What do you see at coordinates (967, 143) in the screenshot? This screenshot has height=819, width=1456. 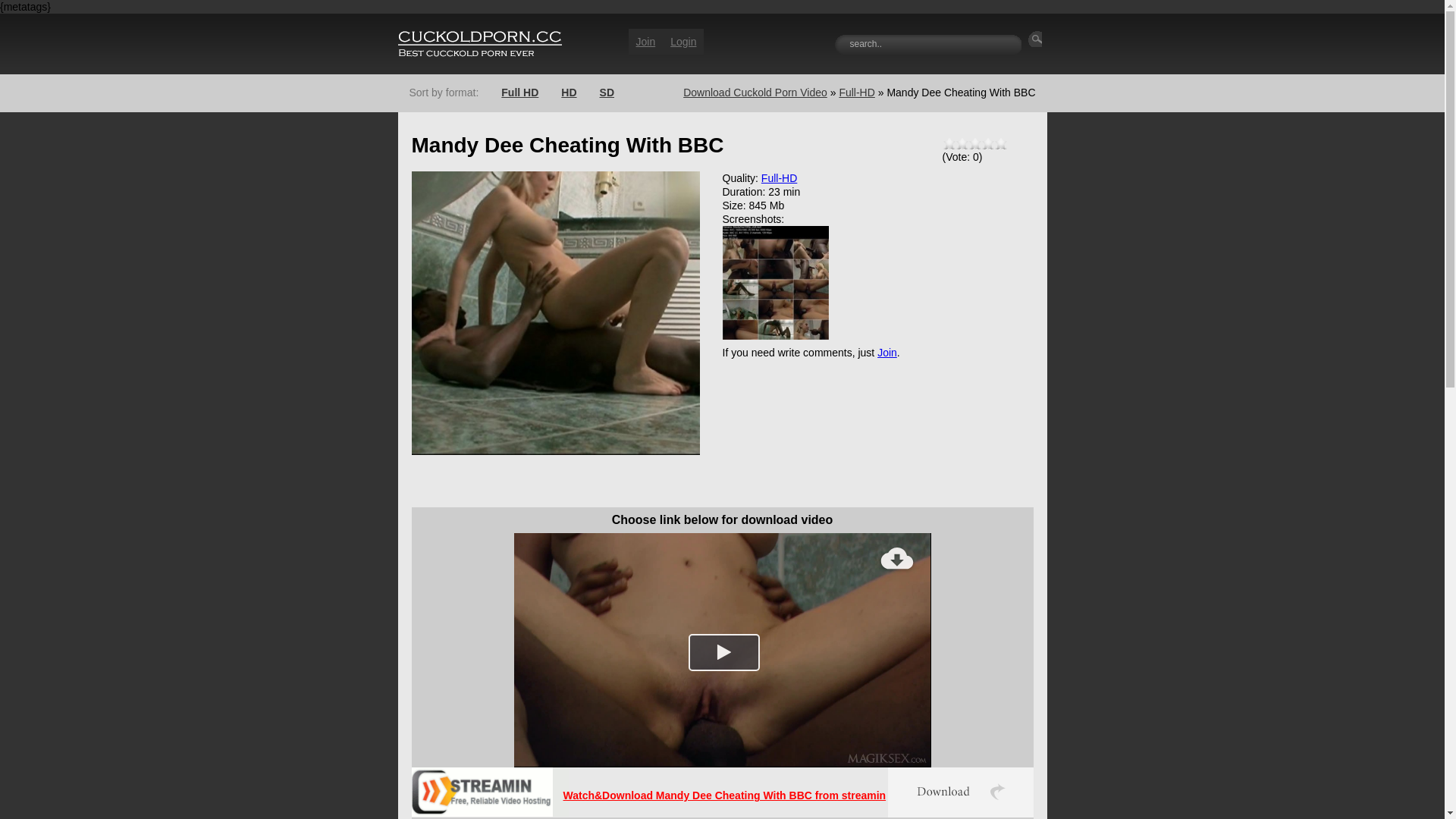 I see `'3'` at bounding box center [967, 143].